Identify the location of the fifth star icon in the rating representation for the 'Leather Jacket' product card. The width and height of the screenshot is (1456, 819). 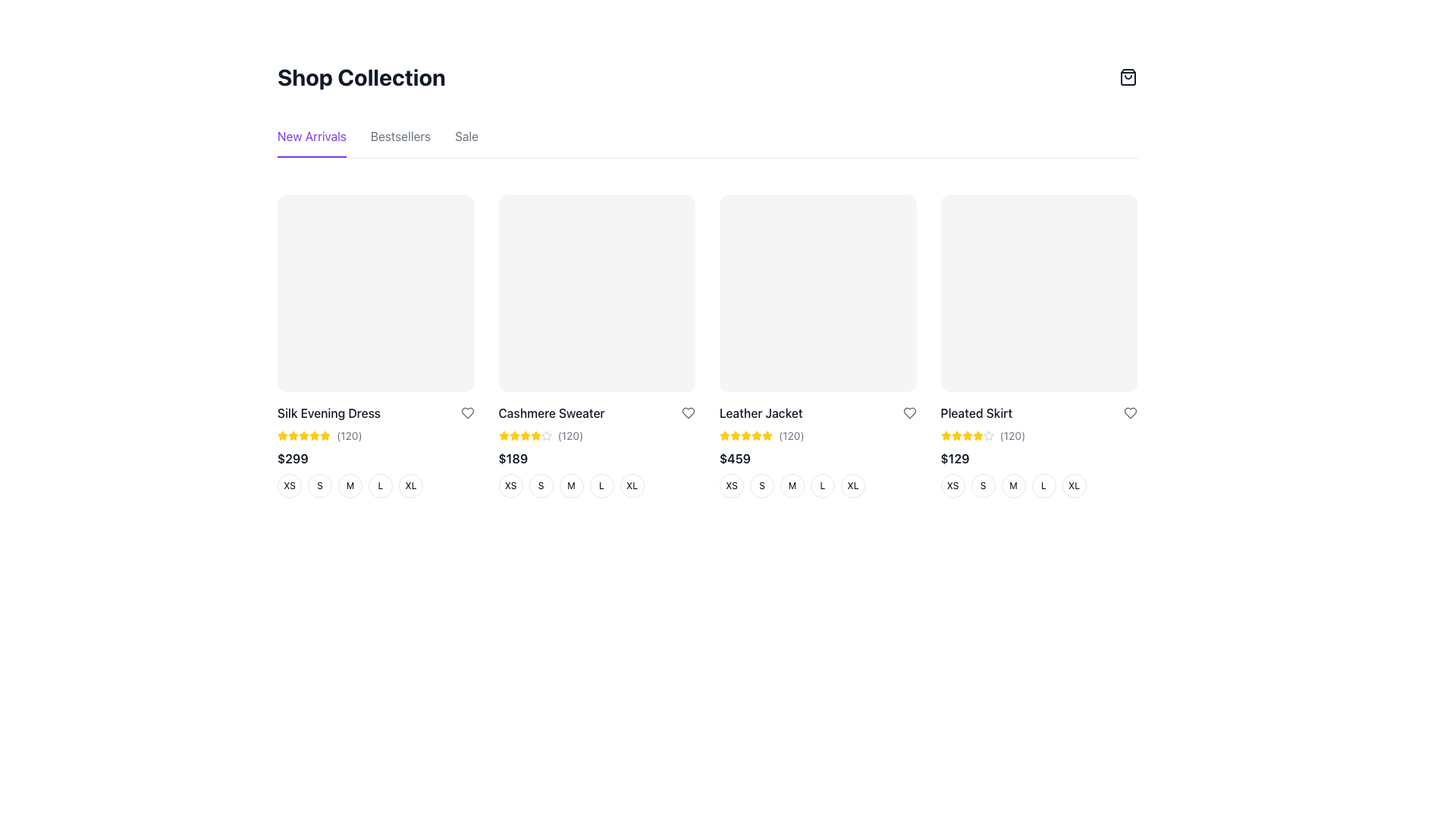
(767, 435).